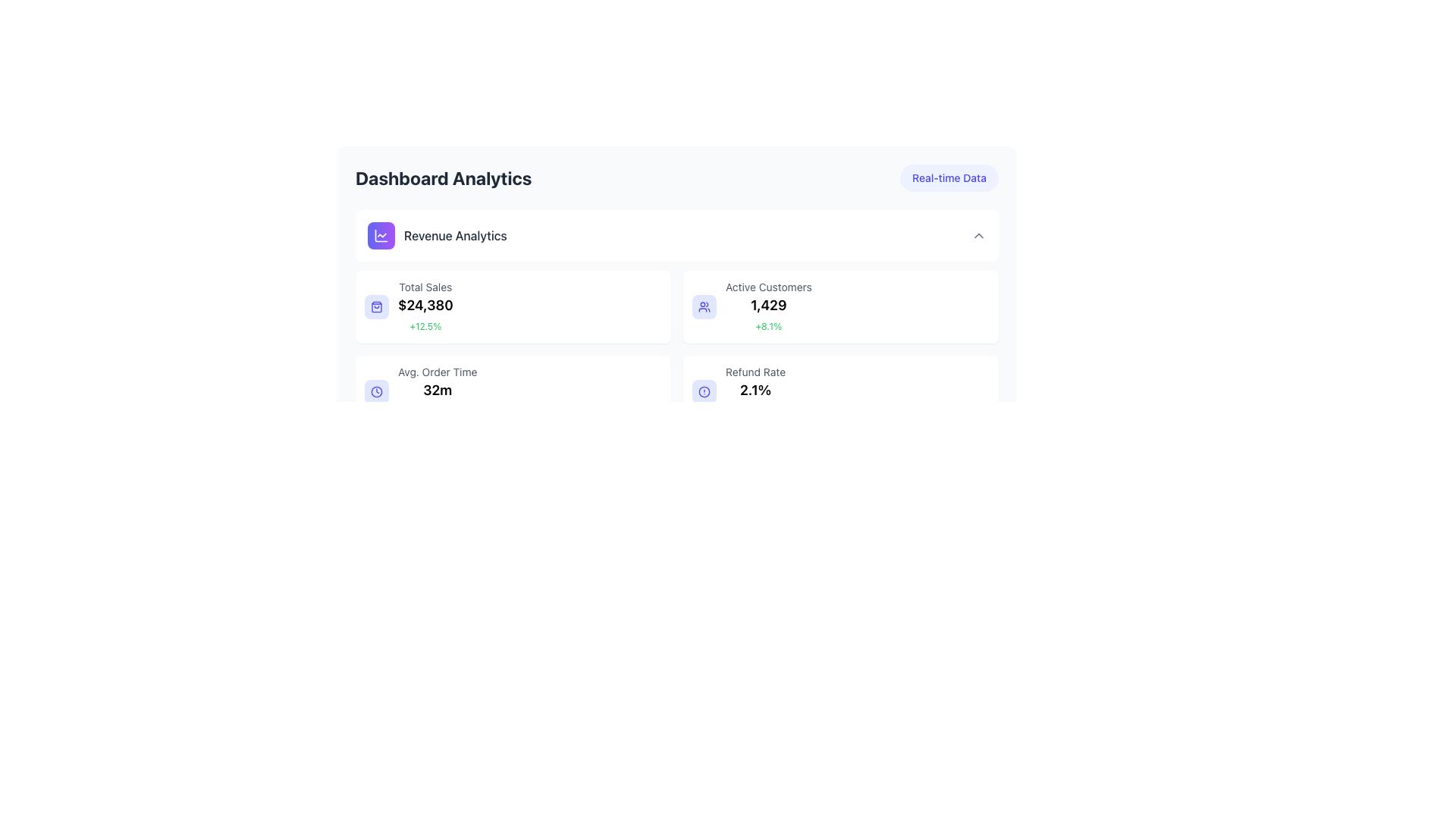 The height and width of the screenshot is (819, 1456). Describe the element at coordinates (755, 372) in the screenshot. I see `the 'Refund Rate' text label, which is located in the lower-right segment of the interface, indicating the context of the numerical data presented below it` at that location.